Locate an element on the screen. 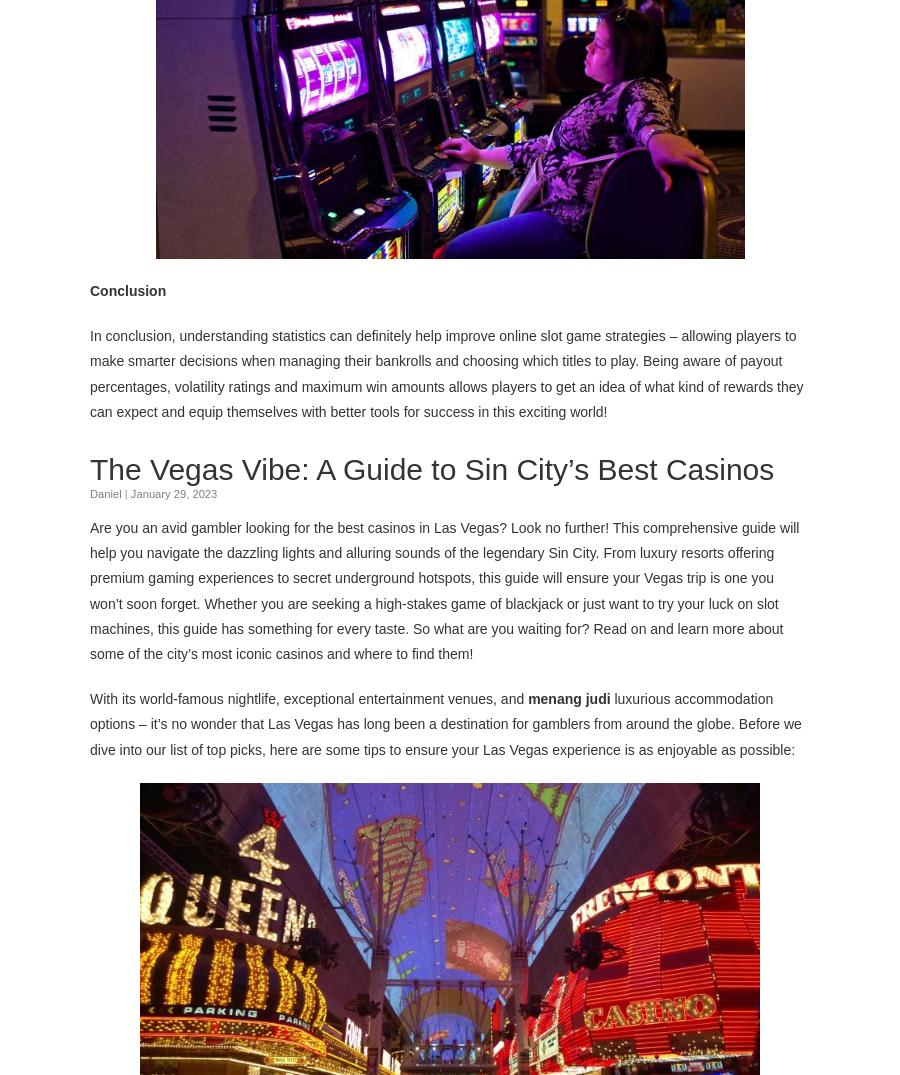  'luxurious accommodation options – it’s no wonder that Las Vegas has long been a destination for gamblers from around the globe. Before we dive into our list of top picks, here are some tips to ensure your Las Vegas experience is as enjoyable as possible:' is located at coordinates (445, 722).